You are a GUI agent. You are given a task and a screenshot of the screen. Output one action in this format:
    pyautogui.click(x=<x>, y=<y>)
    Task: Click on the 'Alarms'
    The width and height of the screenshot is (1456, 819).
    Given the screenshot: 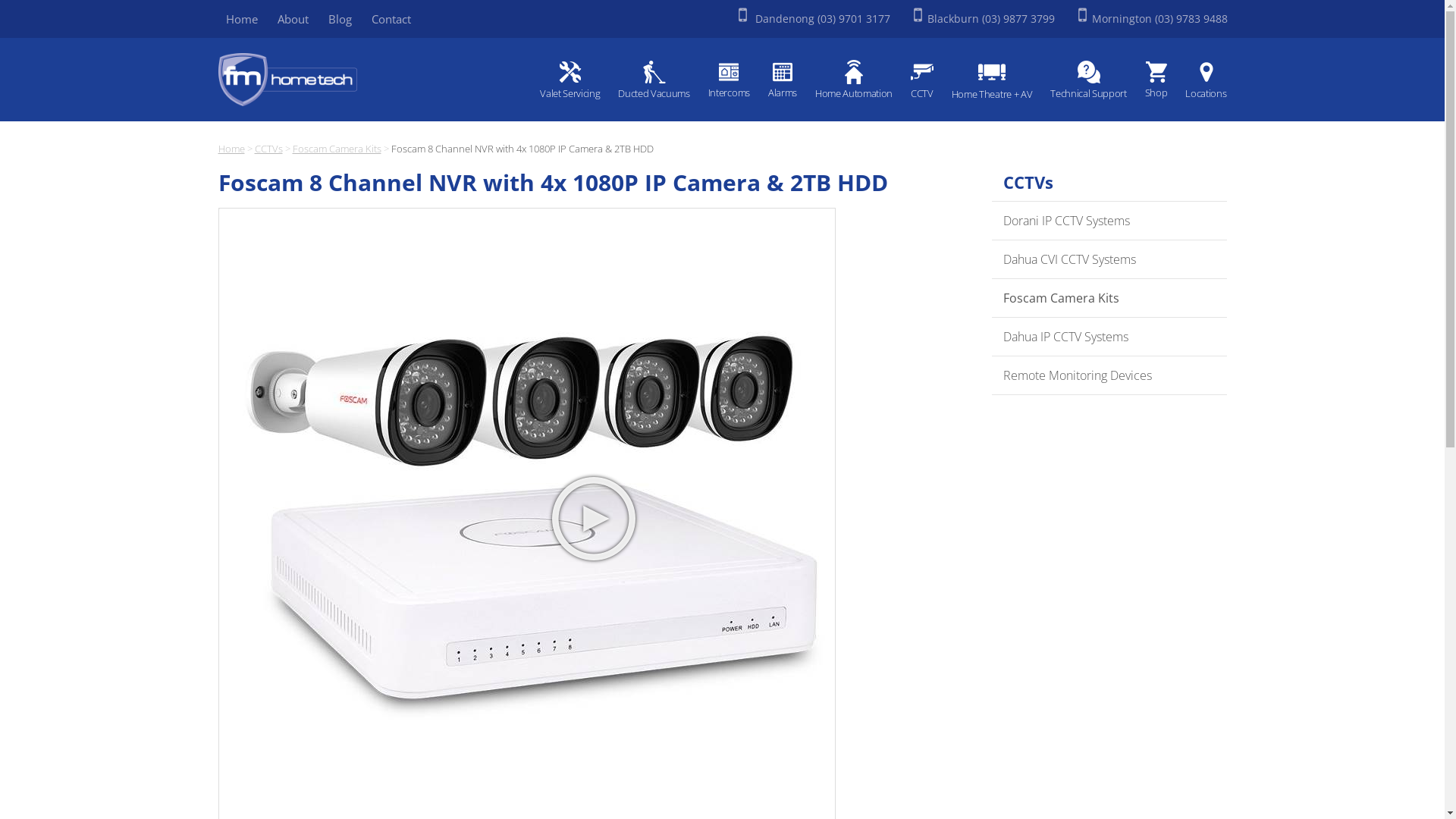 What is the action you would take?
    pyautogui.click(x=761, y=80)
    